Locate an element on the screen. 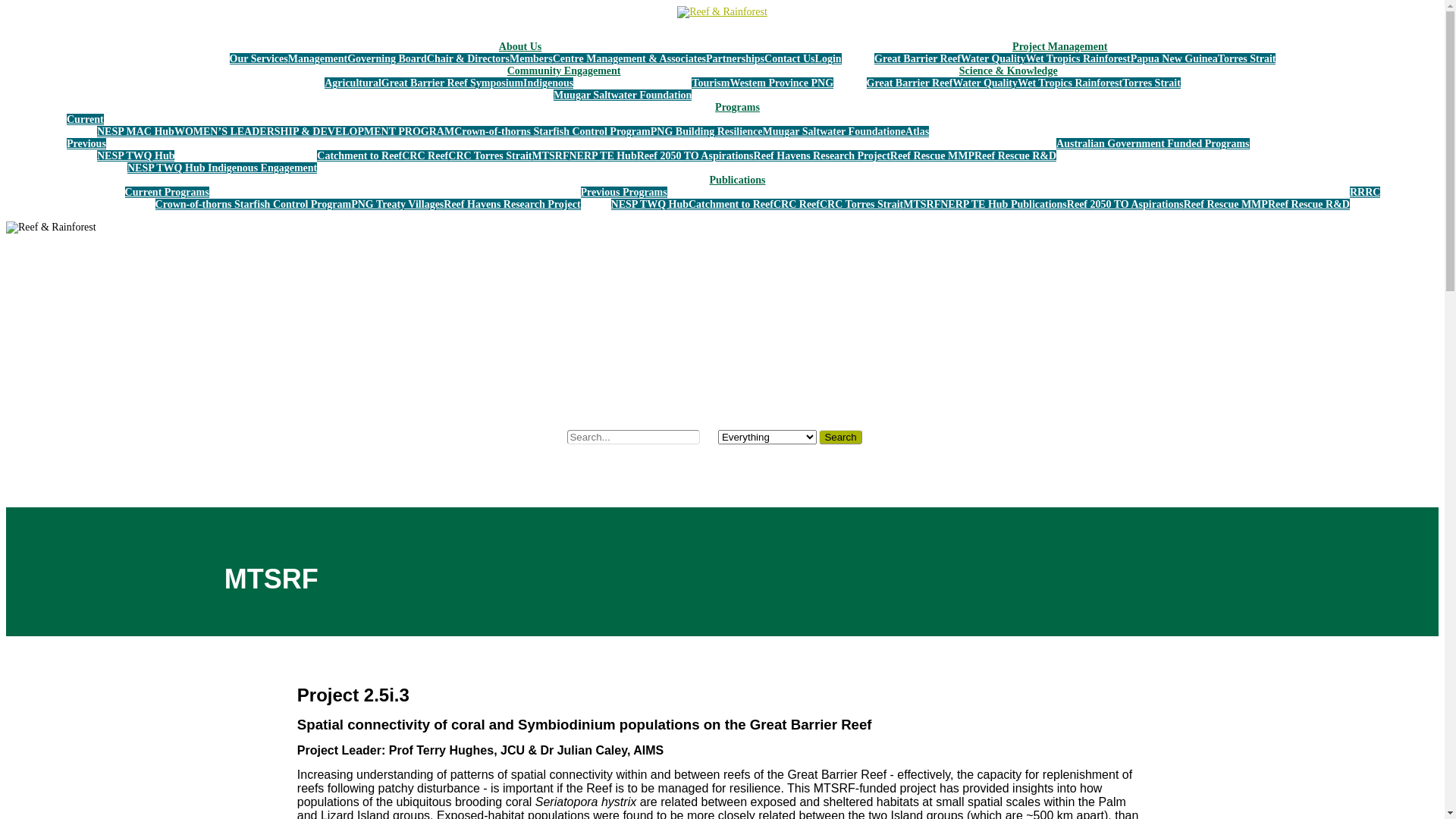 The width and height of the screenshot is (1456, 819). 'Australian Government Funded Programs' is located at coordinates (1153, 143).